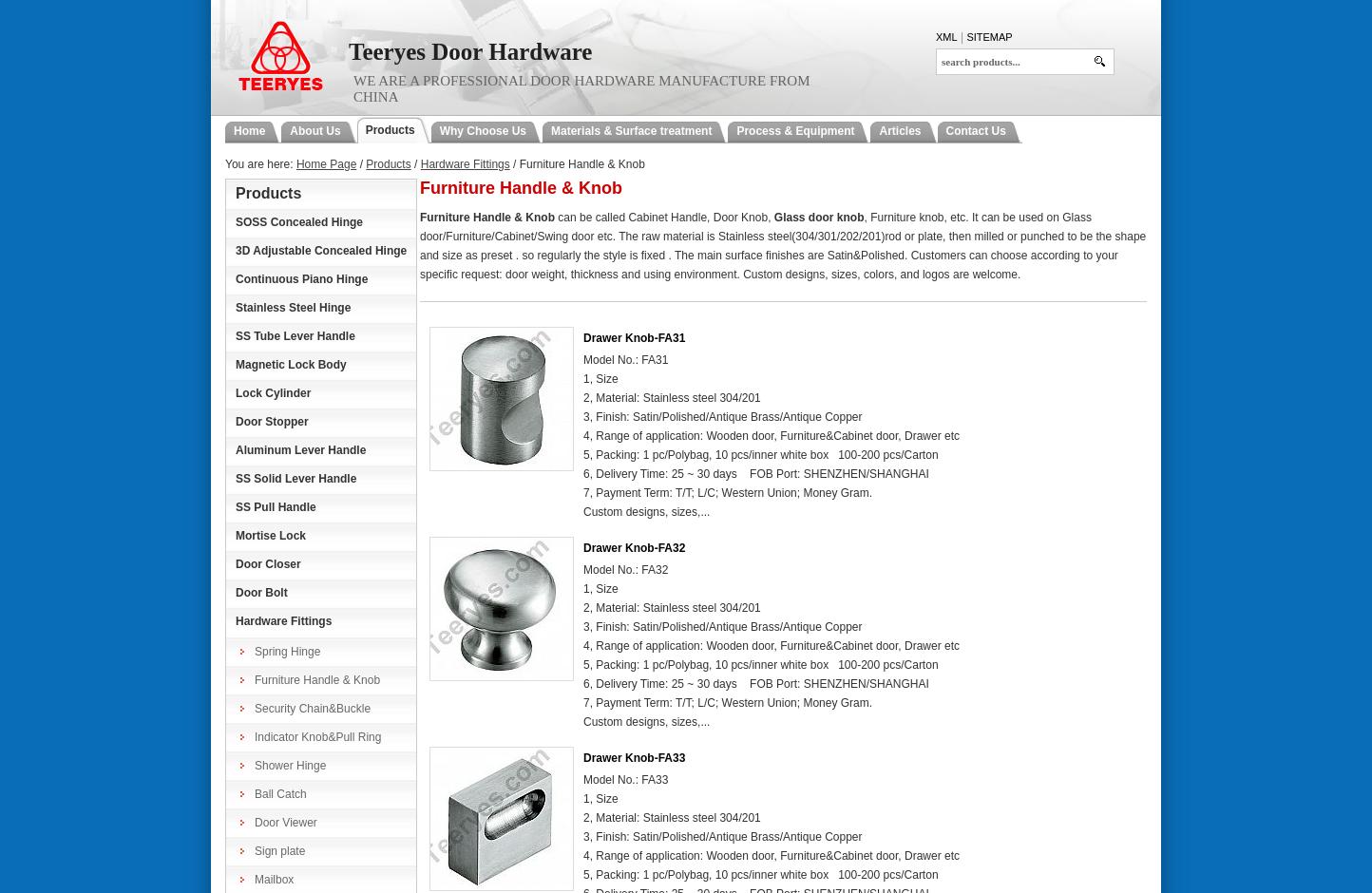  Describe the element at coordinates (280, 793) in the screenshot. I see `'Ball Catch'` at that location.